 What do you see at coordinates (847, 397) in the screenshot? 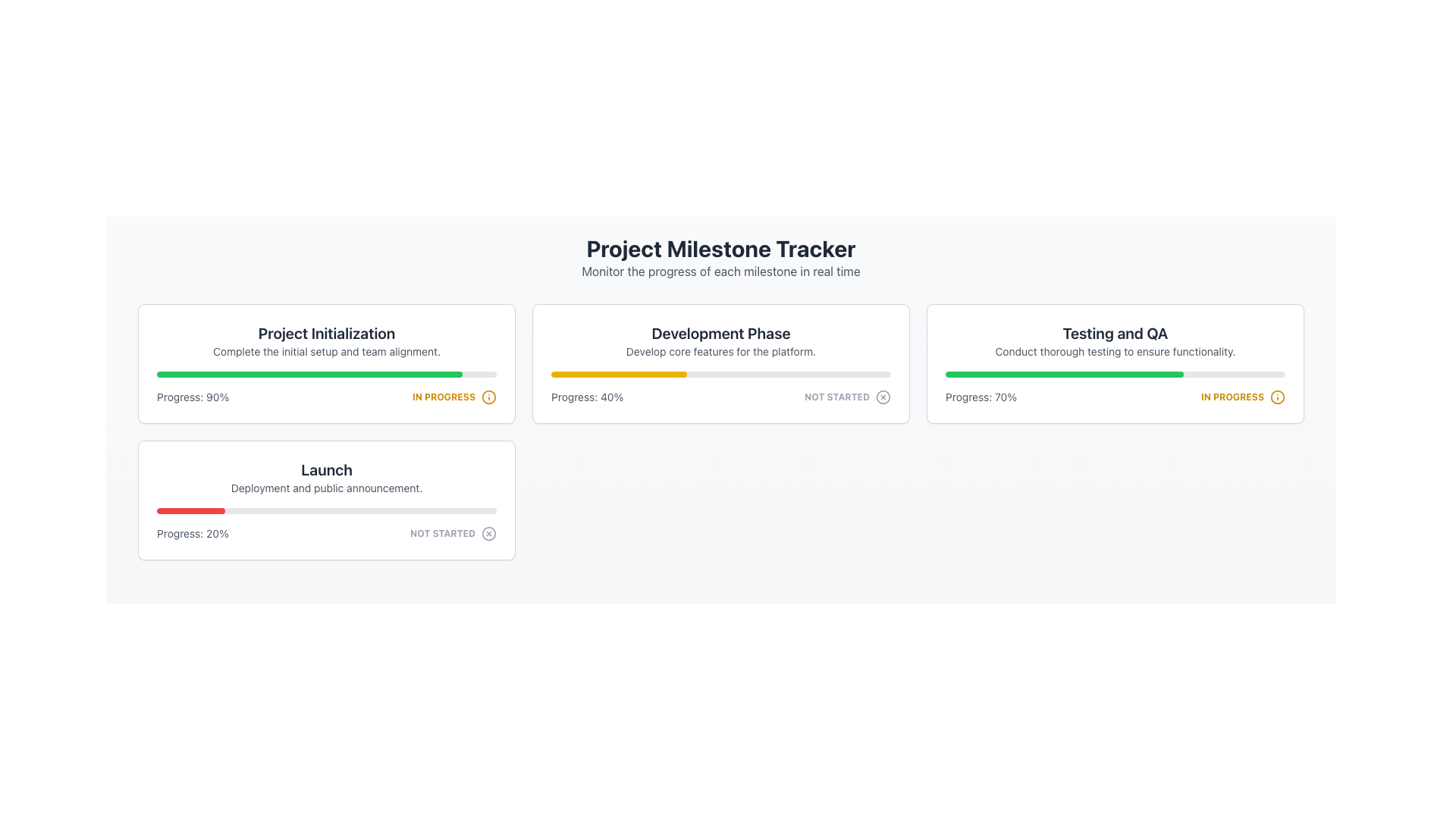
I see `the 'Not Started' status indicator badge located in the bottom-right section of the 'Development Phase' card, adjacent to the progress bar showing 'Progress: 40%'` at bounding box center [847, 397].